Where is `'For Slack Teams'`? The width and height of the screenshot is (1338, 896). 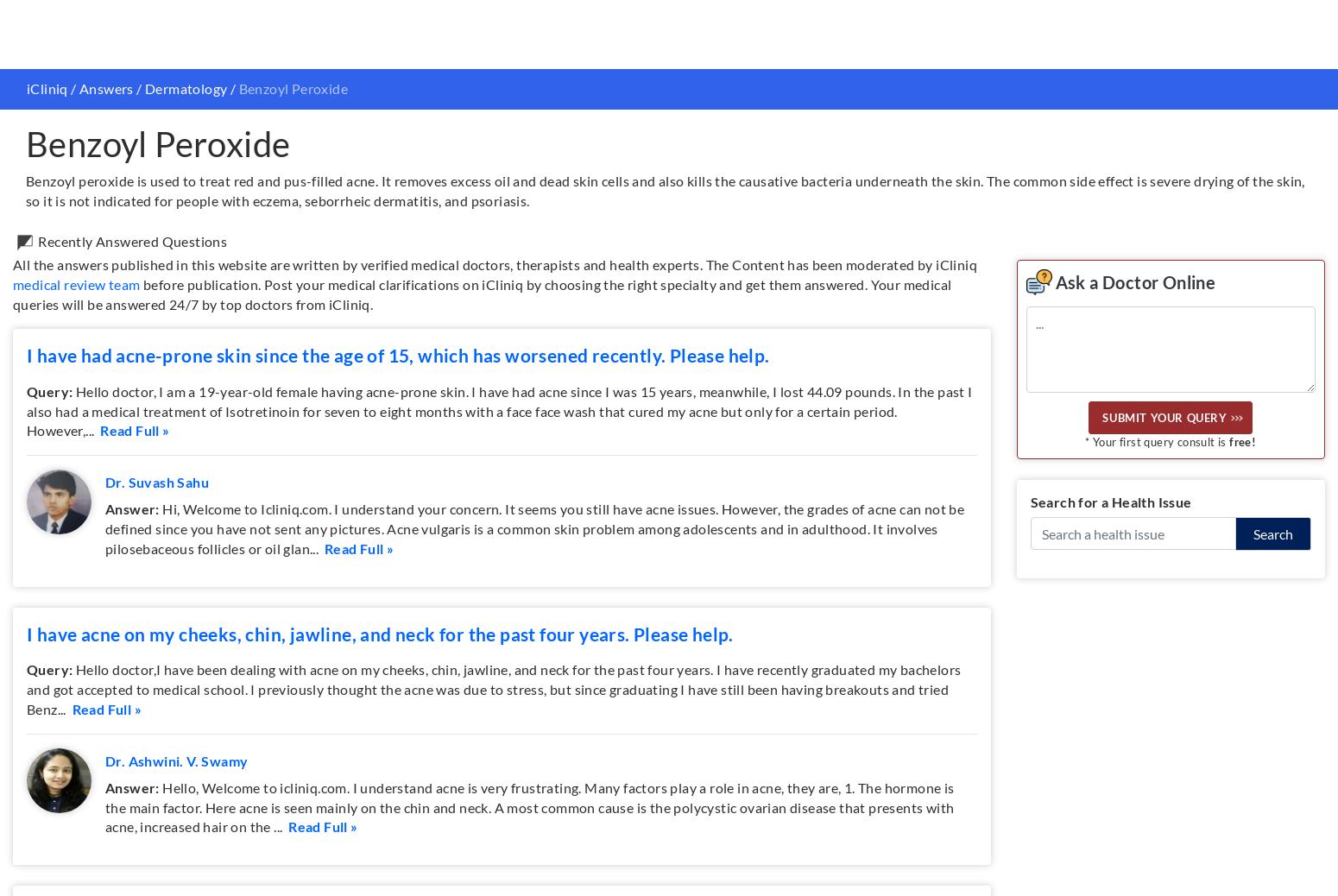 'For Slack Teams' is located at coordinates (975, 643).